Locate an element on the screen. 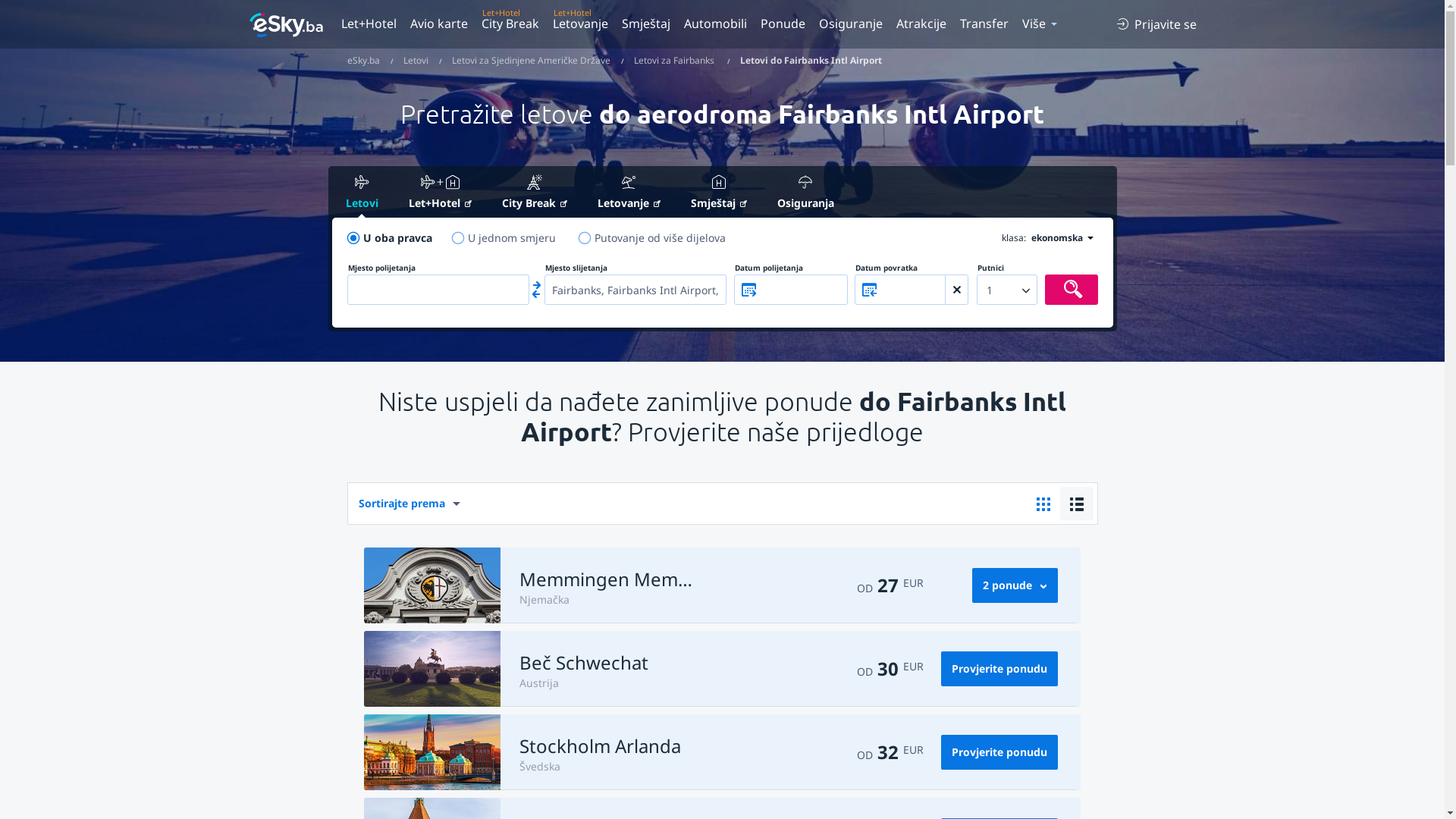 This screenshot has height=819, width=1456. 'Sortirajte prema' is located at coordinates (346, 503).